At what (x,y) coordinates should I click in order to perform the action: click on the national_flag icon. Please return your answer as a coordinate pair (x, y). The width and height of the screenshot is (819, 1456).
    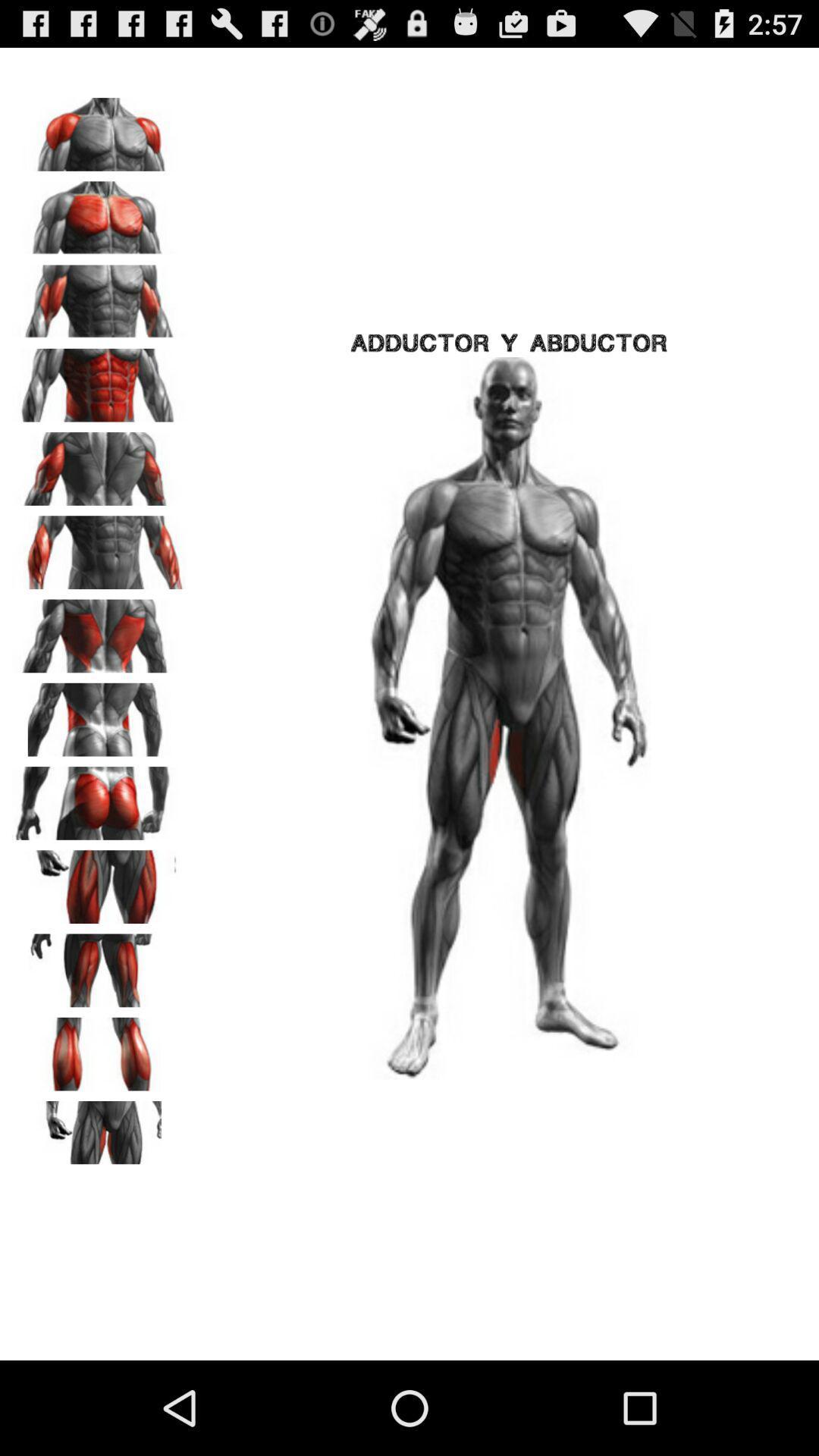
    Looking at the image, I should click on (99, 1211).